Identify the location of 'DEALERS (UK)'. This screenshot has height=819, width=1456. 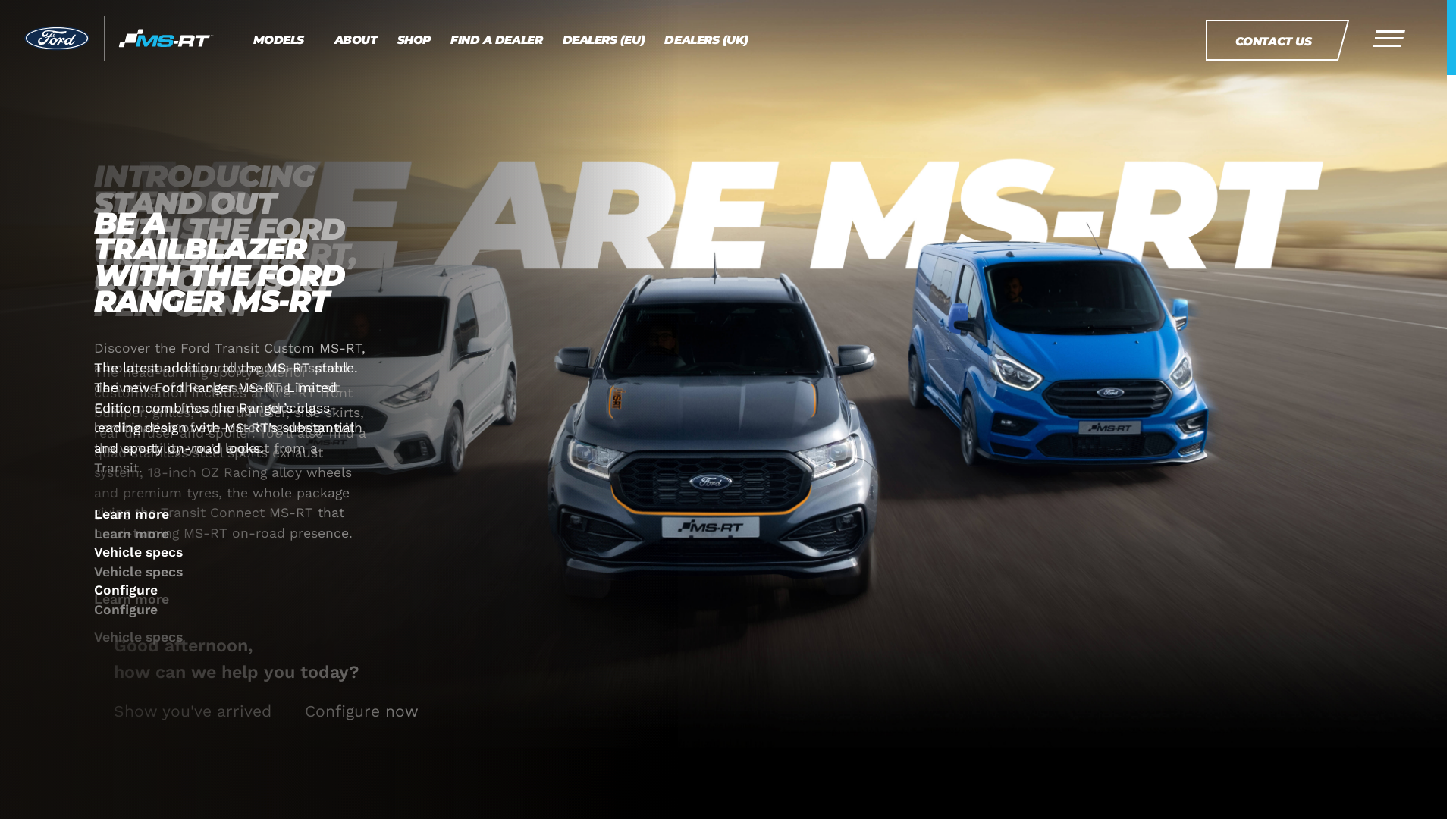
(651, 39).